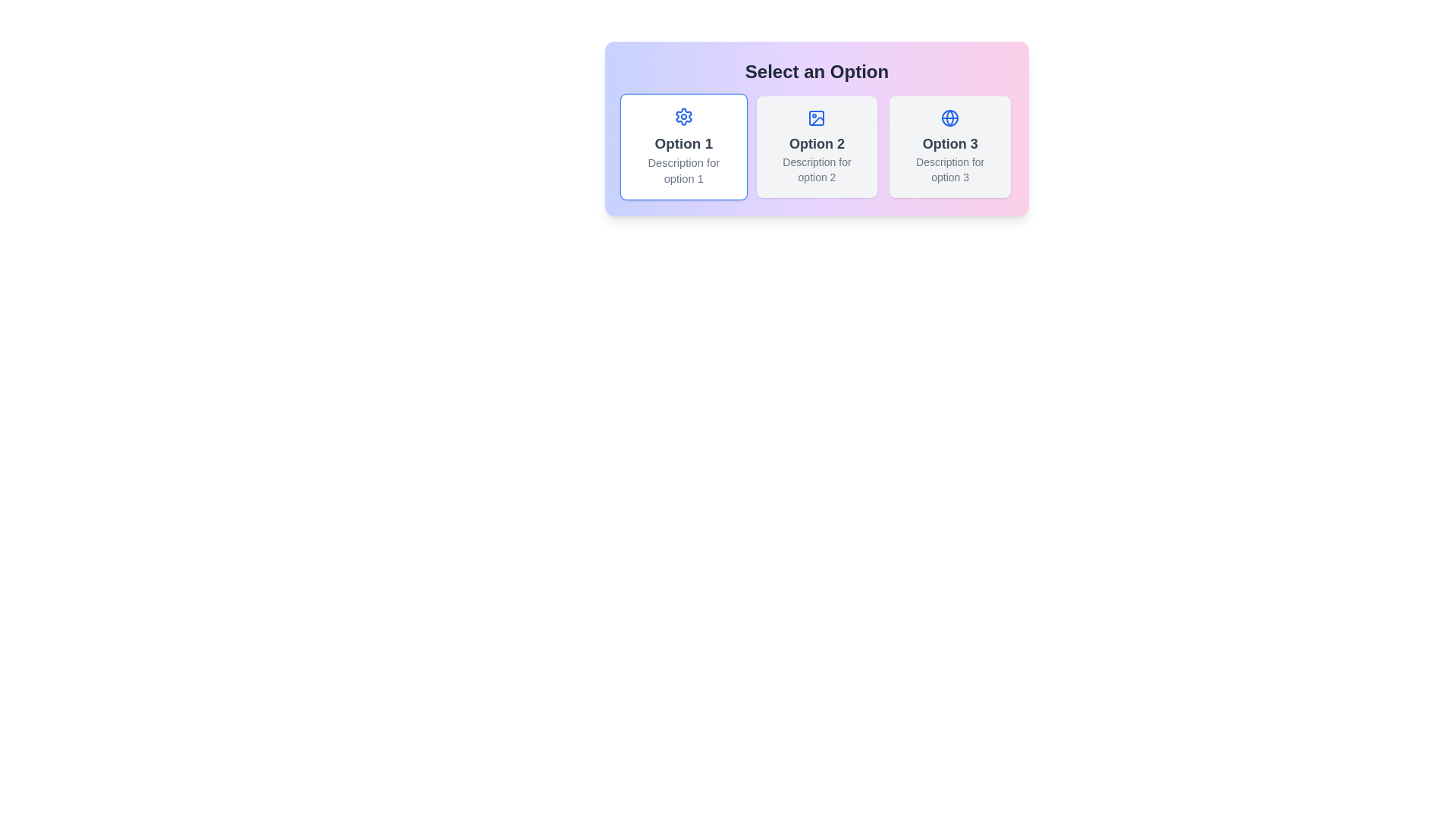 Image resolution: width=1456 pixels, height=819 pixels. Describe the element at coordinates (682, 143) in the screenshot. I see `the text element labeled 'Option 1', which is displayed in a bold, large gray font within a blue-bordered card at the top-center of the card layout` at that location.